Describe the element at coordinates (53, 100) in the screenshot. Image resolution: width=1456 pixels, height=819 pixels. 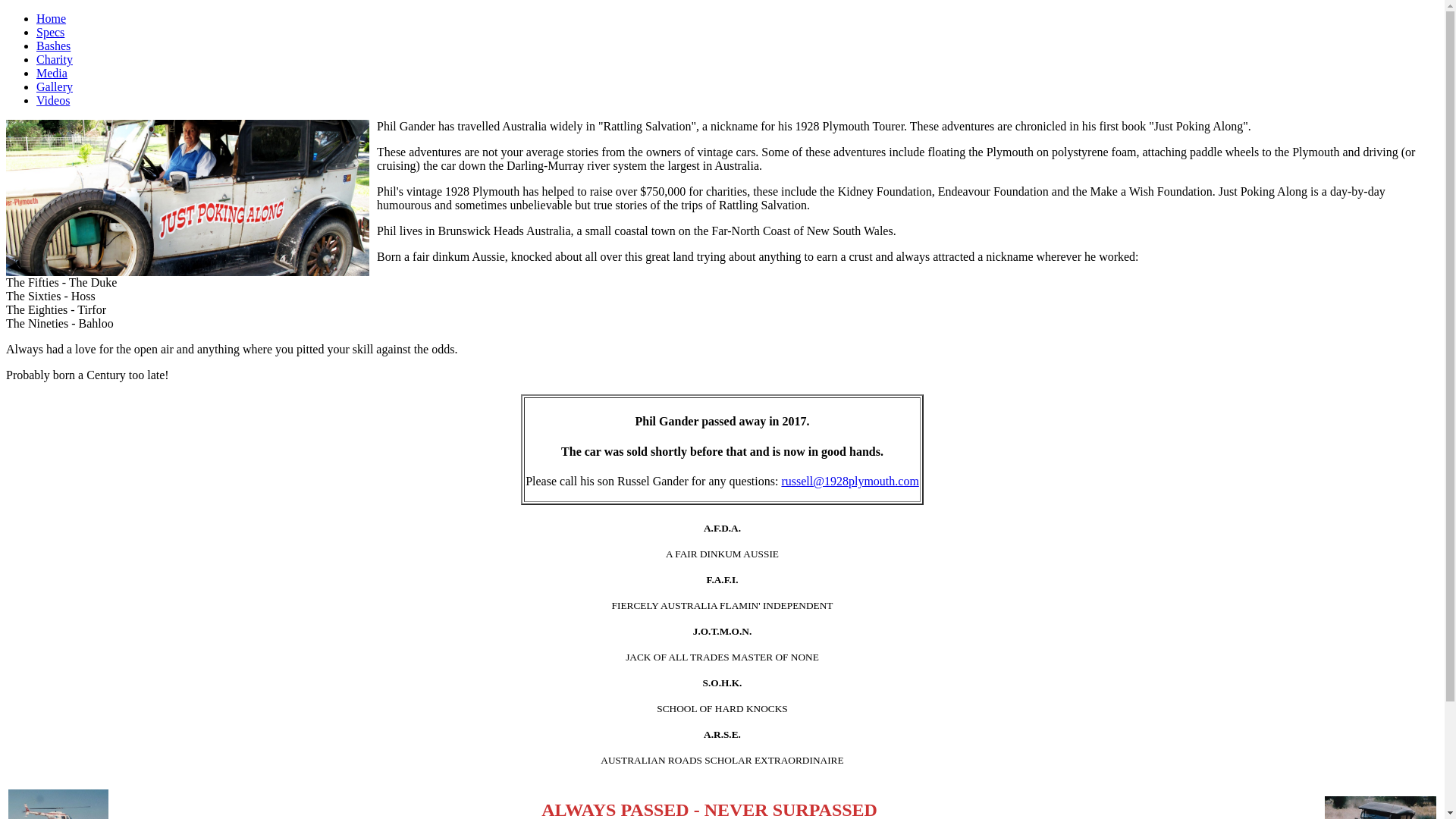
I see `'Videos'` at that location.